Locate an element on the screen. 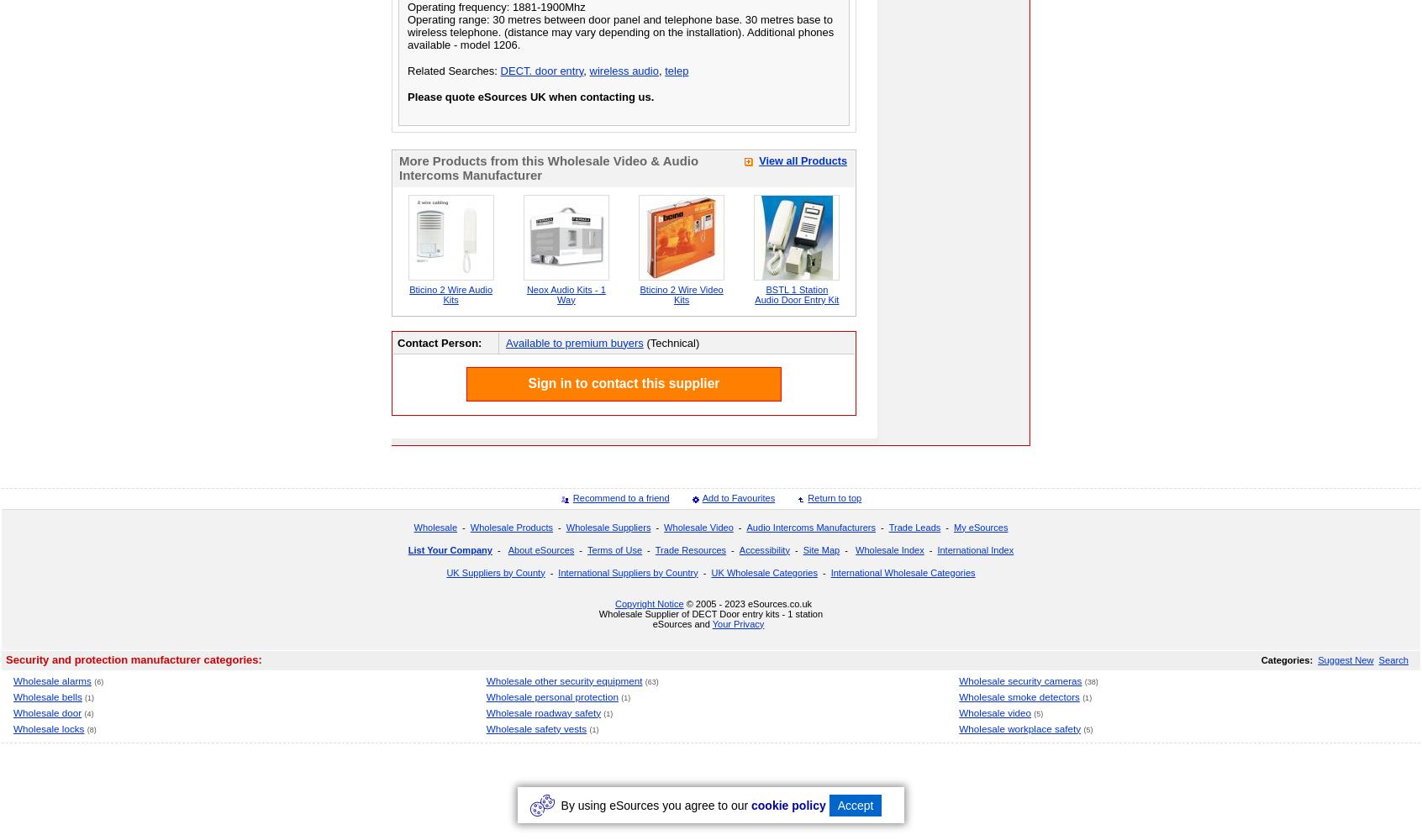 This screenshot has width=1422, height=840. 'International Wholesale Categories' is located at coordinates (903, 572).